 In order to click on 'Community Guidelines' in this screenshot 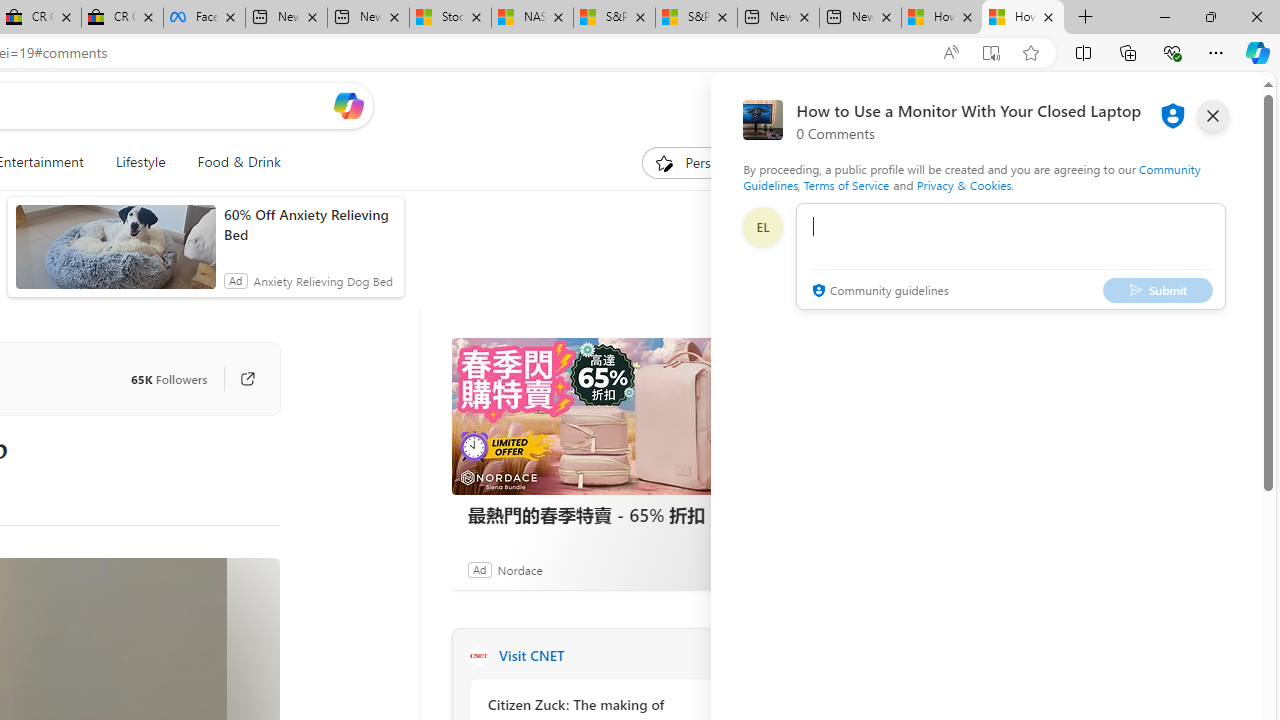, I will do `click(971, 176)`.